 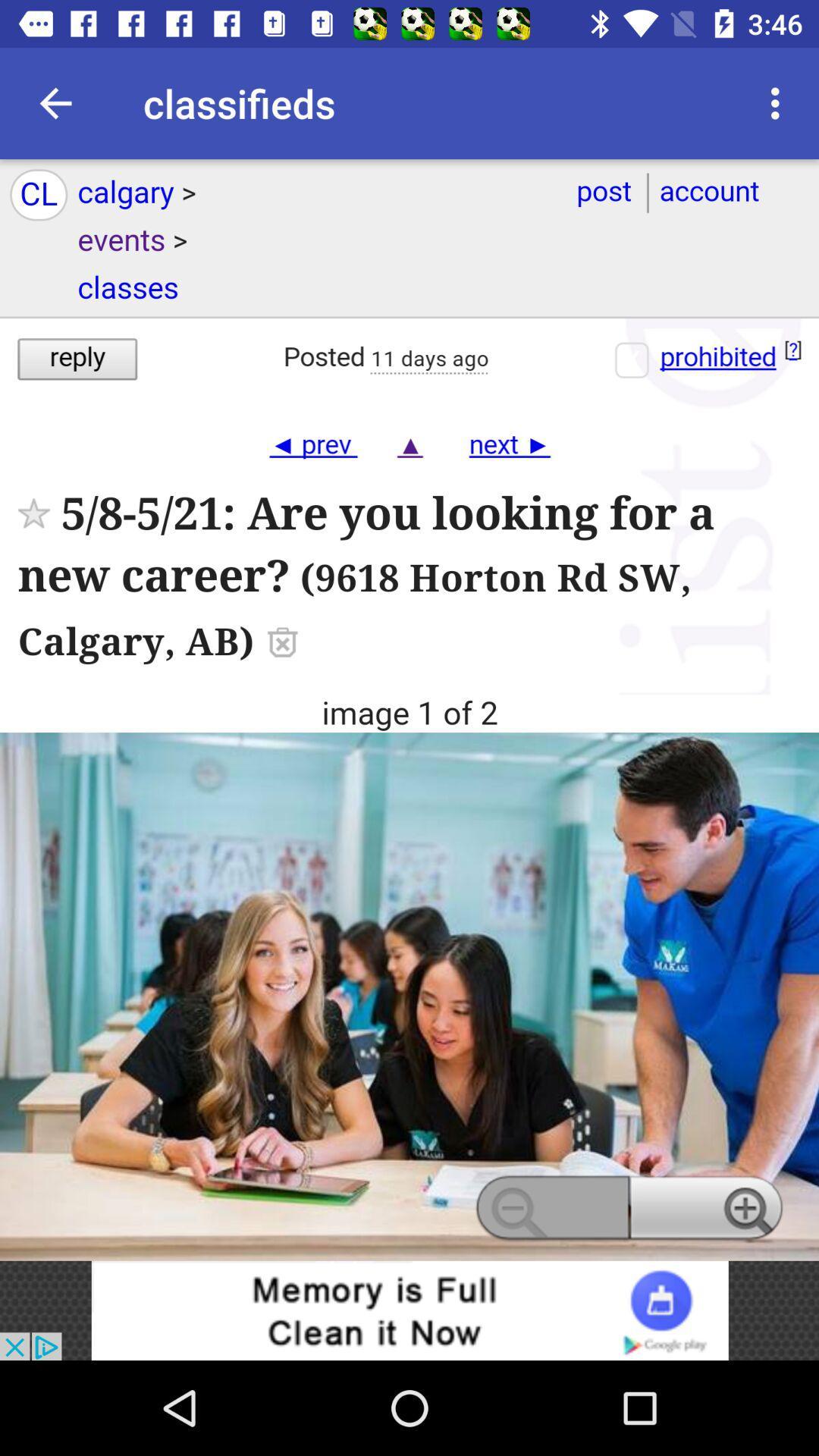 I want to click on advertisement at bottom, so click(x=409, y=1310).